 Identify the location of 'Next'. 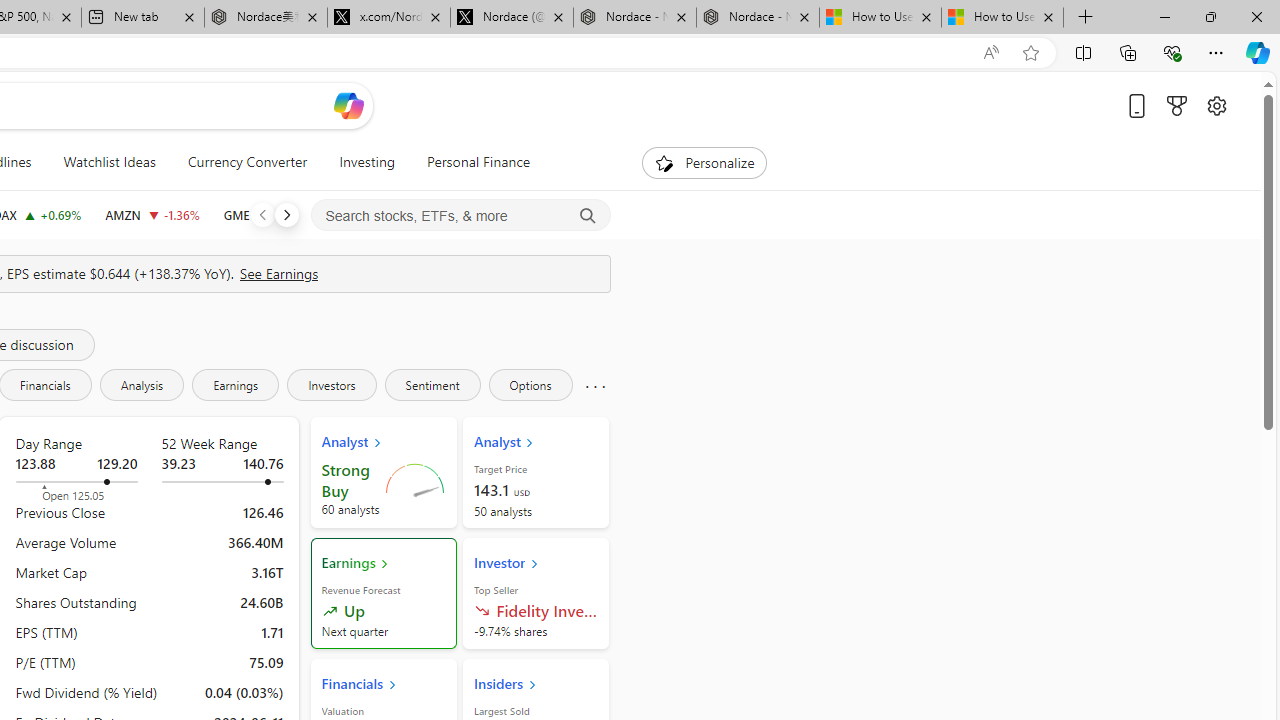
(285, 214).